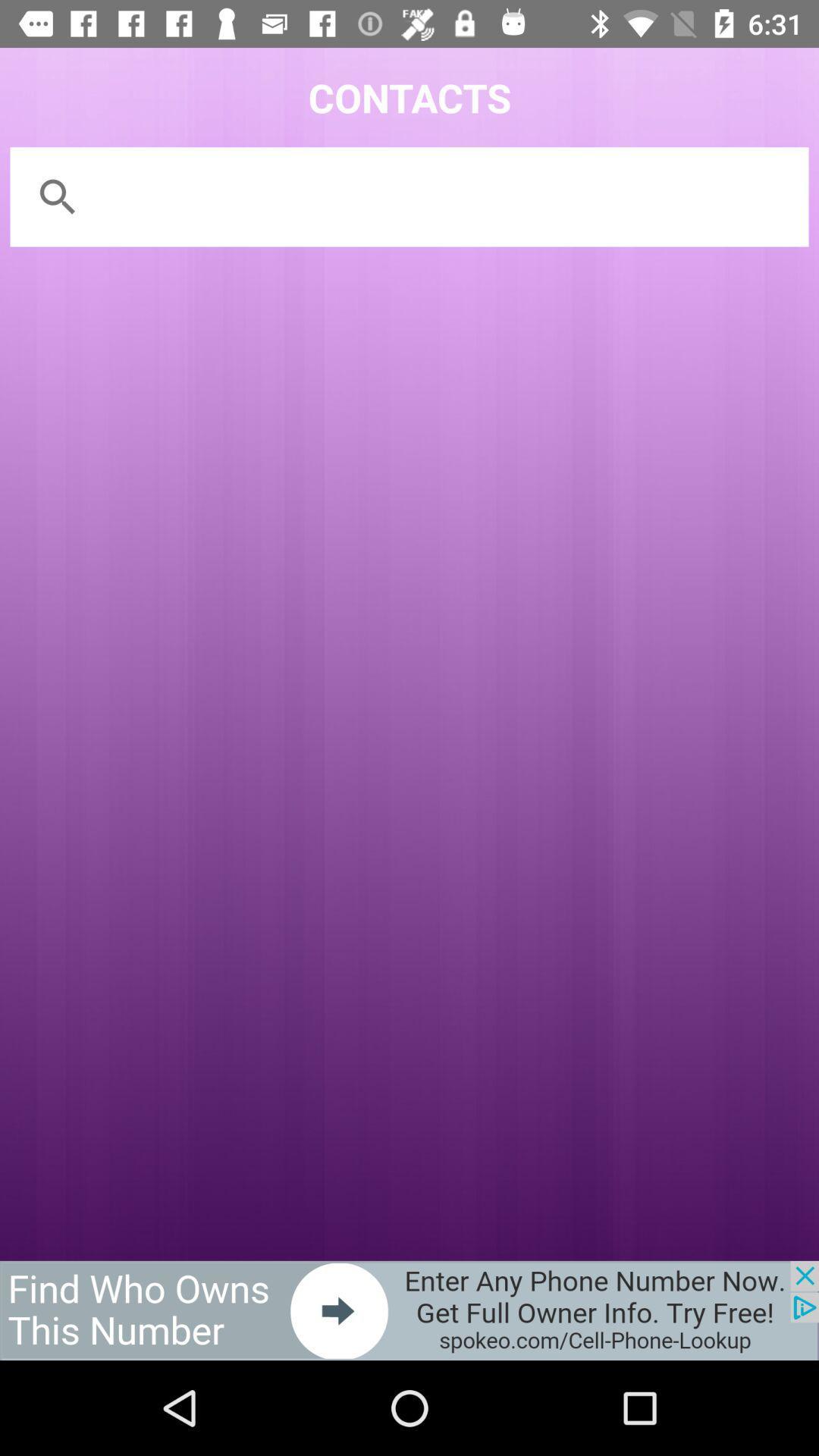 This screenshot has width=819, height=1456. What do you see at coordinates (57, 196) in the screenshot?
I see `the search icon` at bounding box center [57, 196].